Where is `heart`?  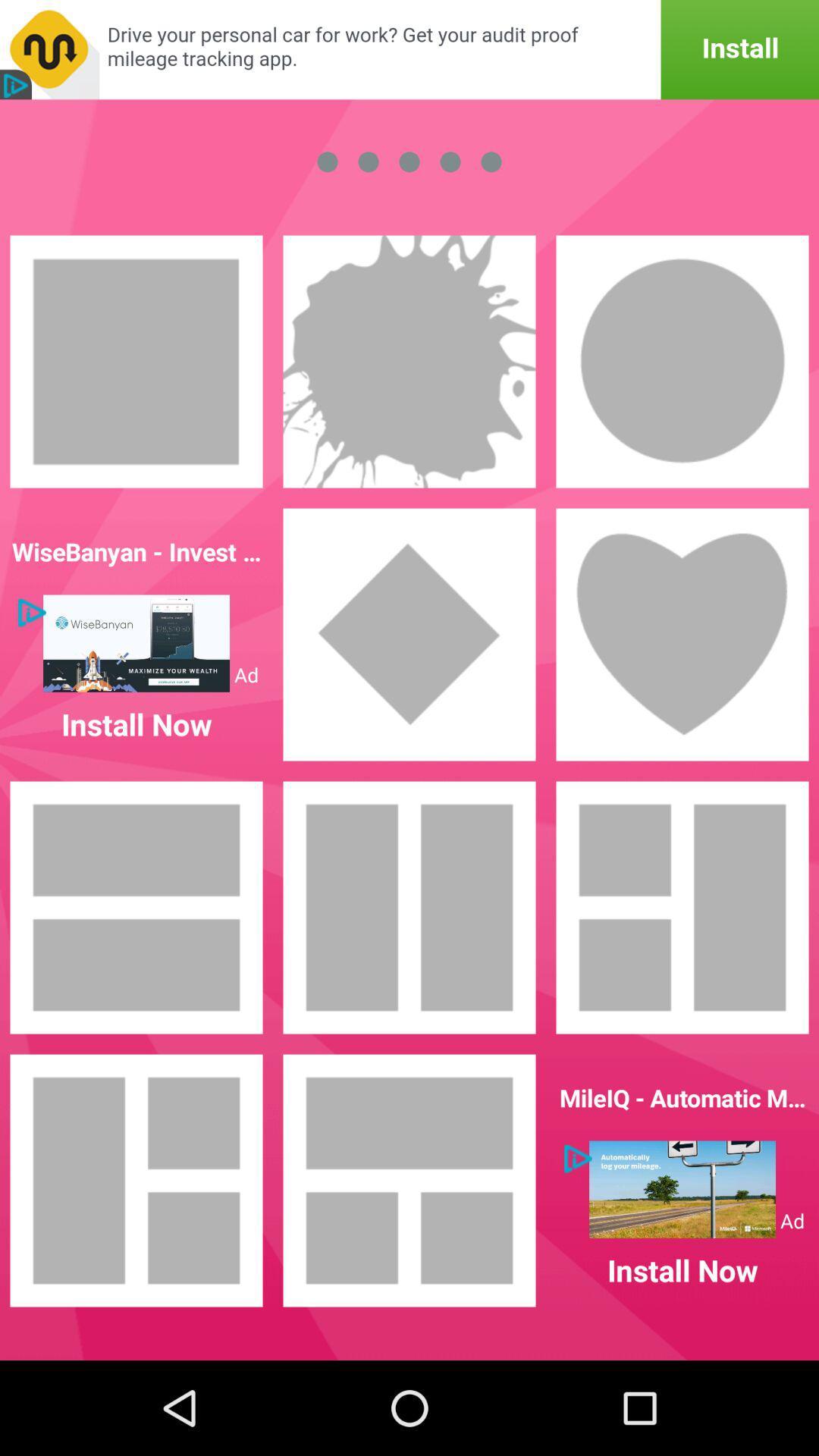 heart is located at coordinates (681, 634).